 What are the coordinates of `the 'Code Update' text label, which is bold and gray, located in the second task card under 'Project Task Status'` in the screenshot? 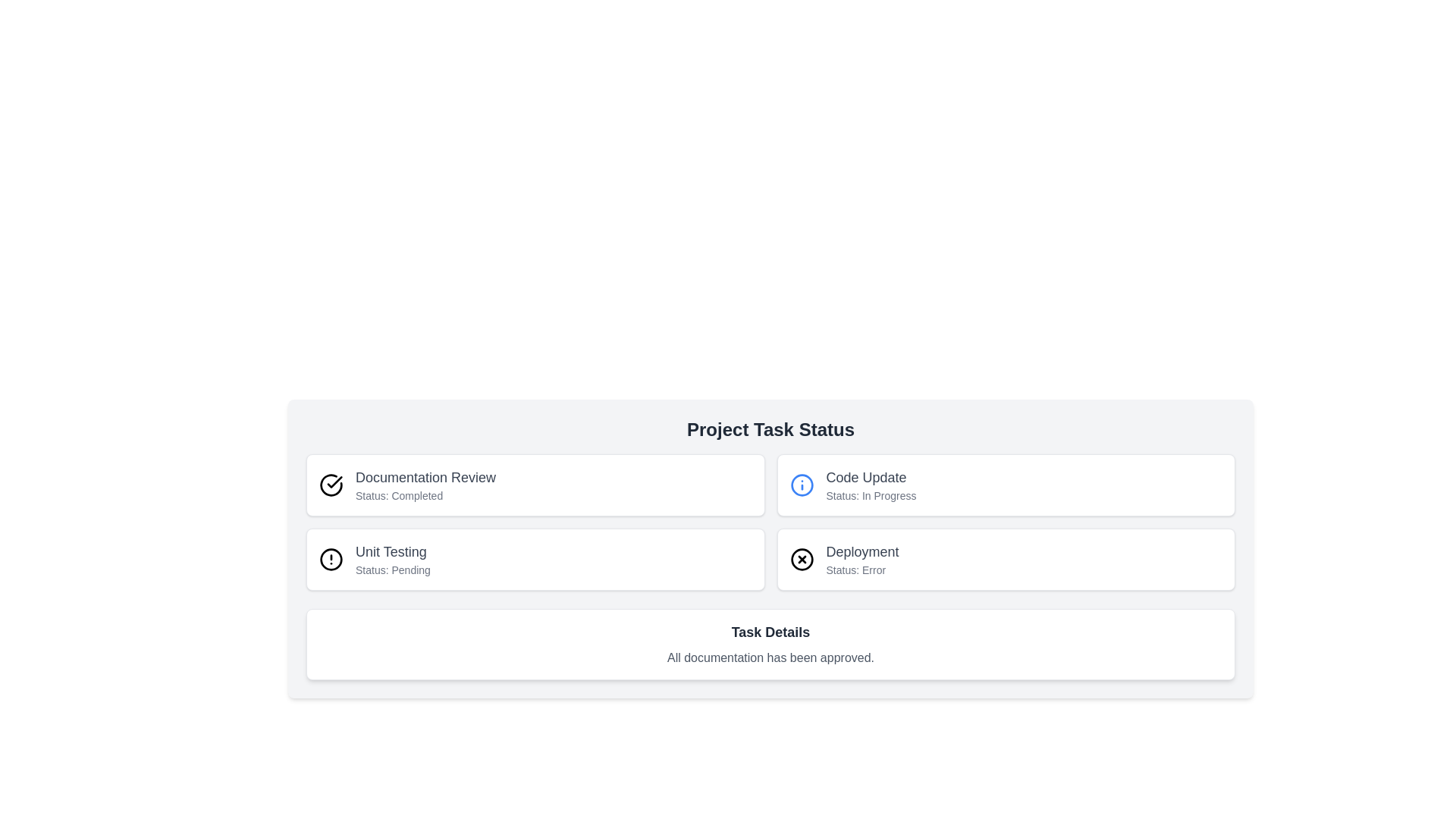 It's located at (871, 476).